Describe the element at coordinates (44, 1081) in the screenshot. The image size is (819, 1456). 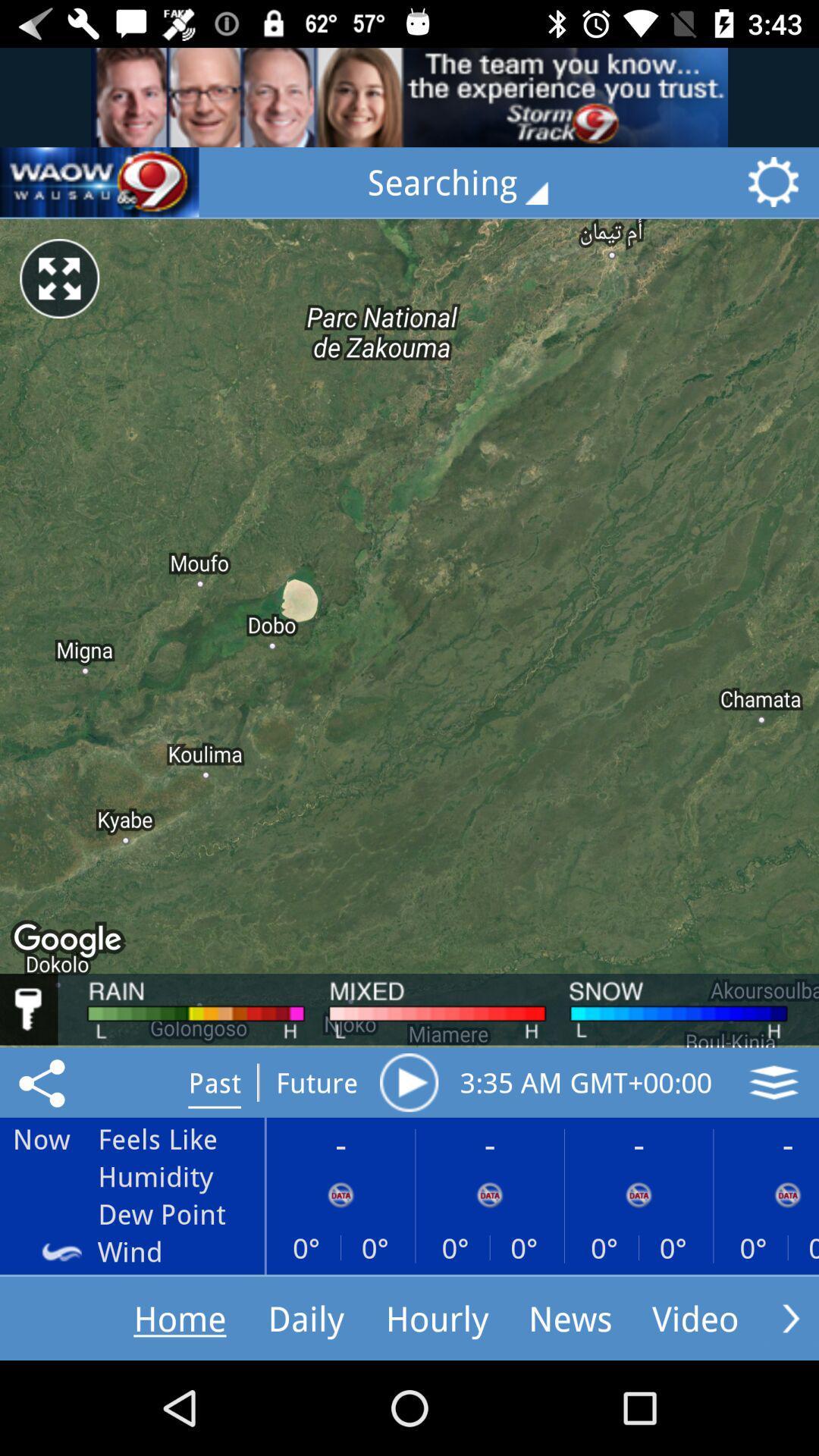
I see `the share icon` at that location.